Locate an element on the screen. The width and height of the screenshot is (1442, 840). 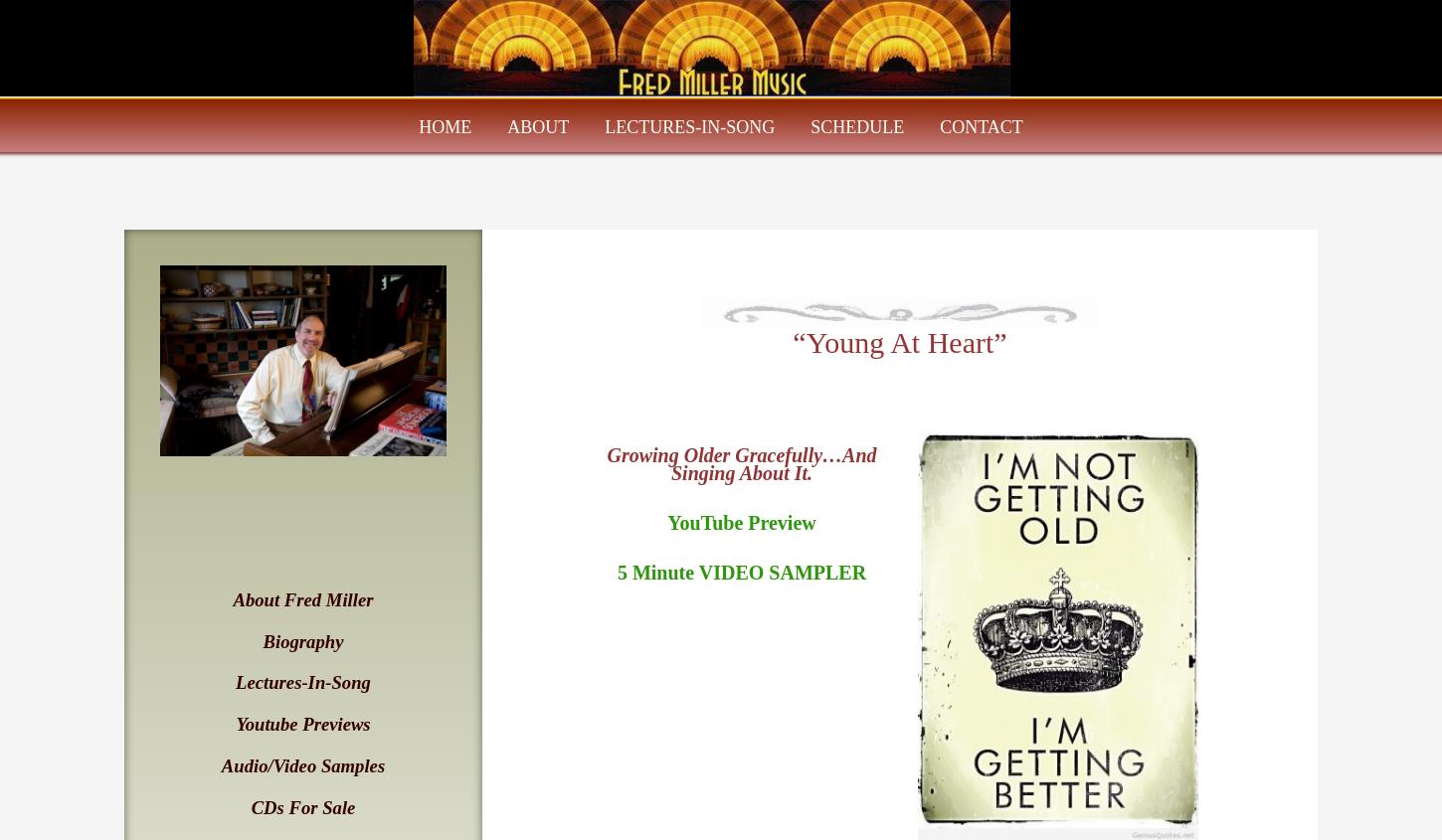
'Youtube Previews' is located at coordinates (302, 723).